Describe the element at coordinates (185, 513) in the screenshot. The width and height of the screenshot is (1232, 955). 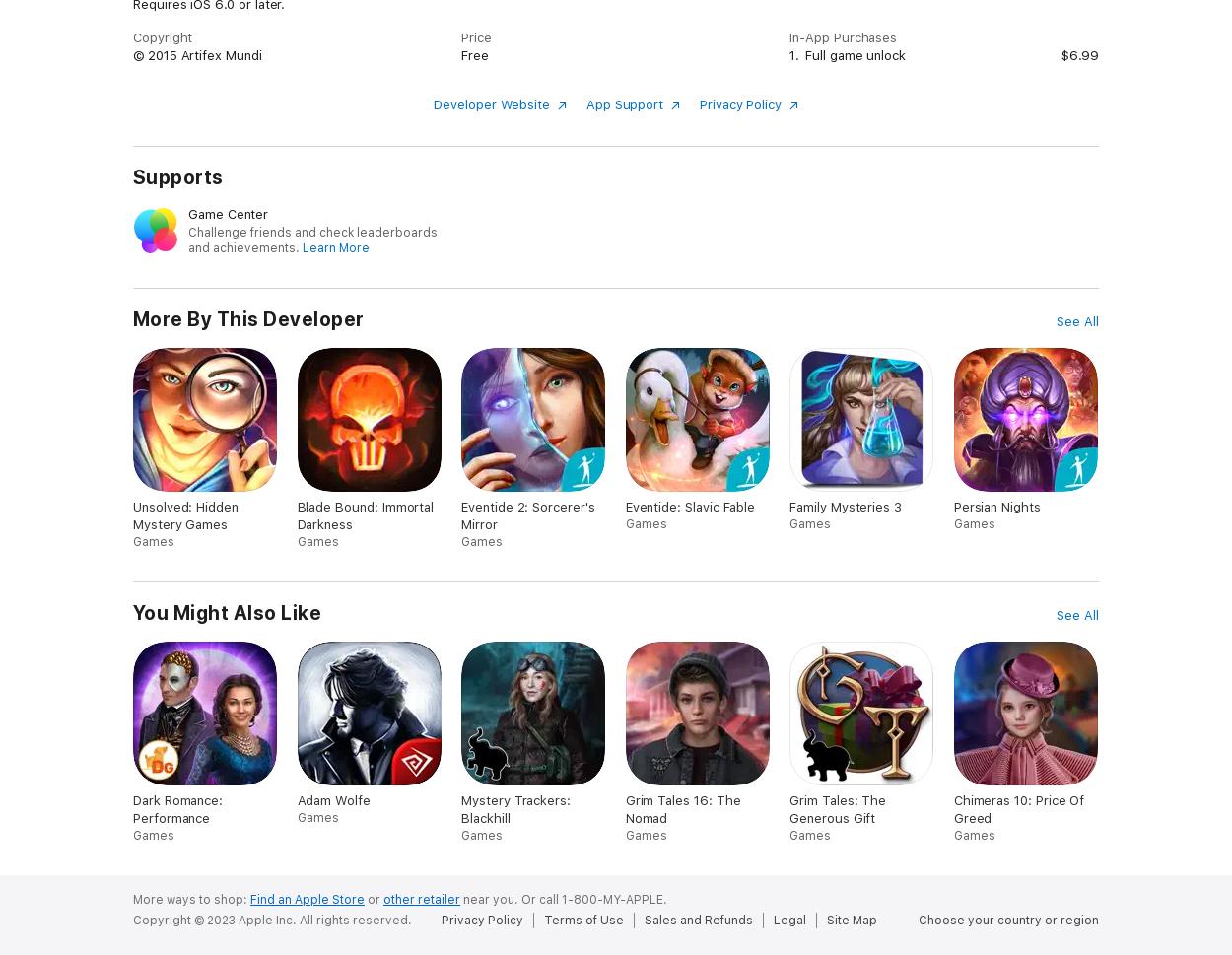
I see `'Unsolved: Hidden Mystery Games'` at that location.